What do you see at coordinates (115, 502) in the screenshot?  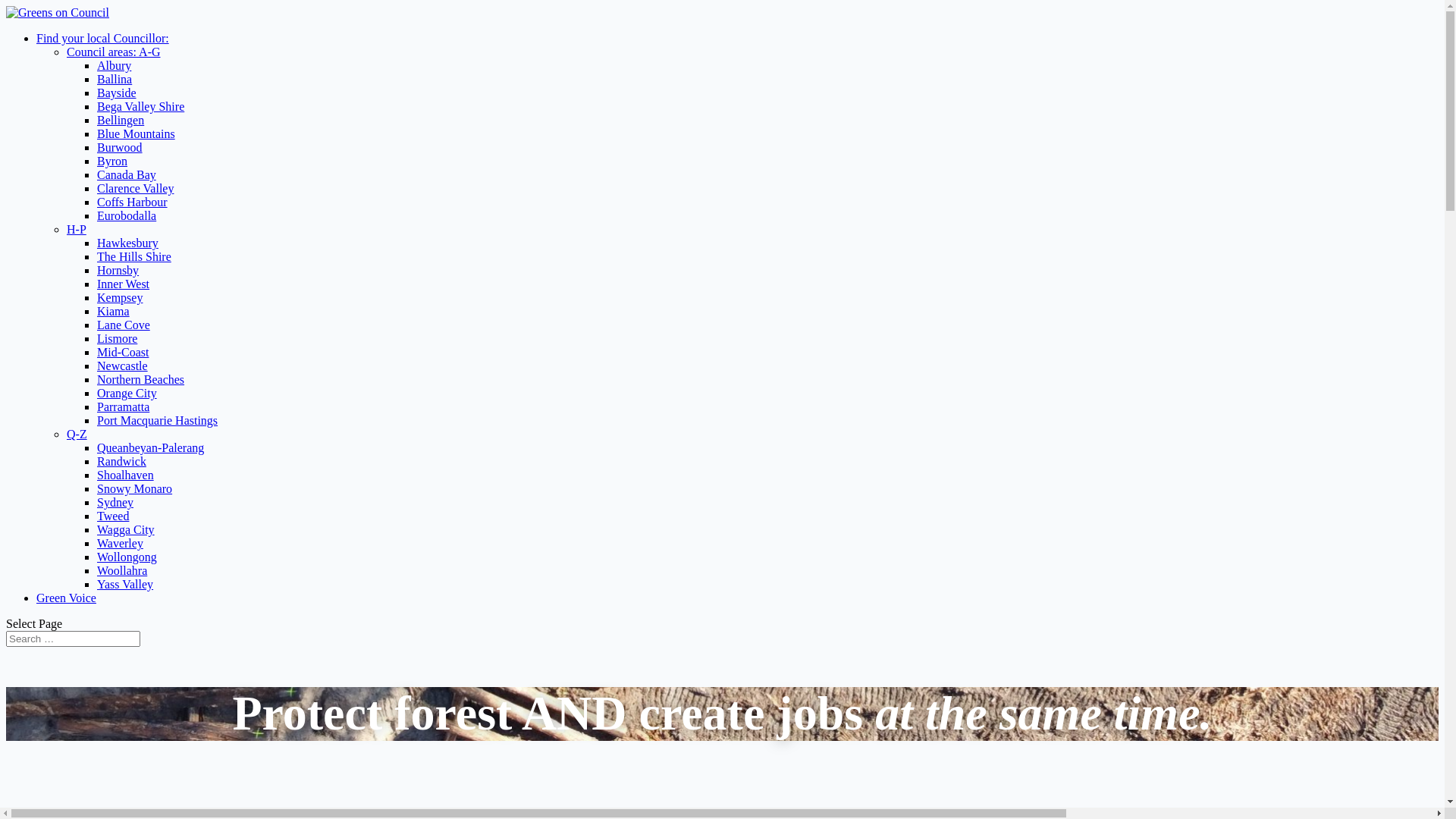 I see `'Sydney'` at bounding box center [115, 502].